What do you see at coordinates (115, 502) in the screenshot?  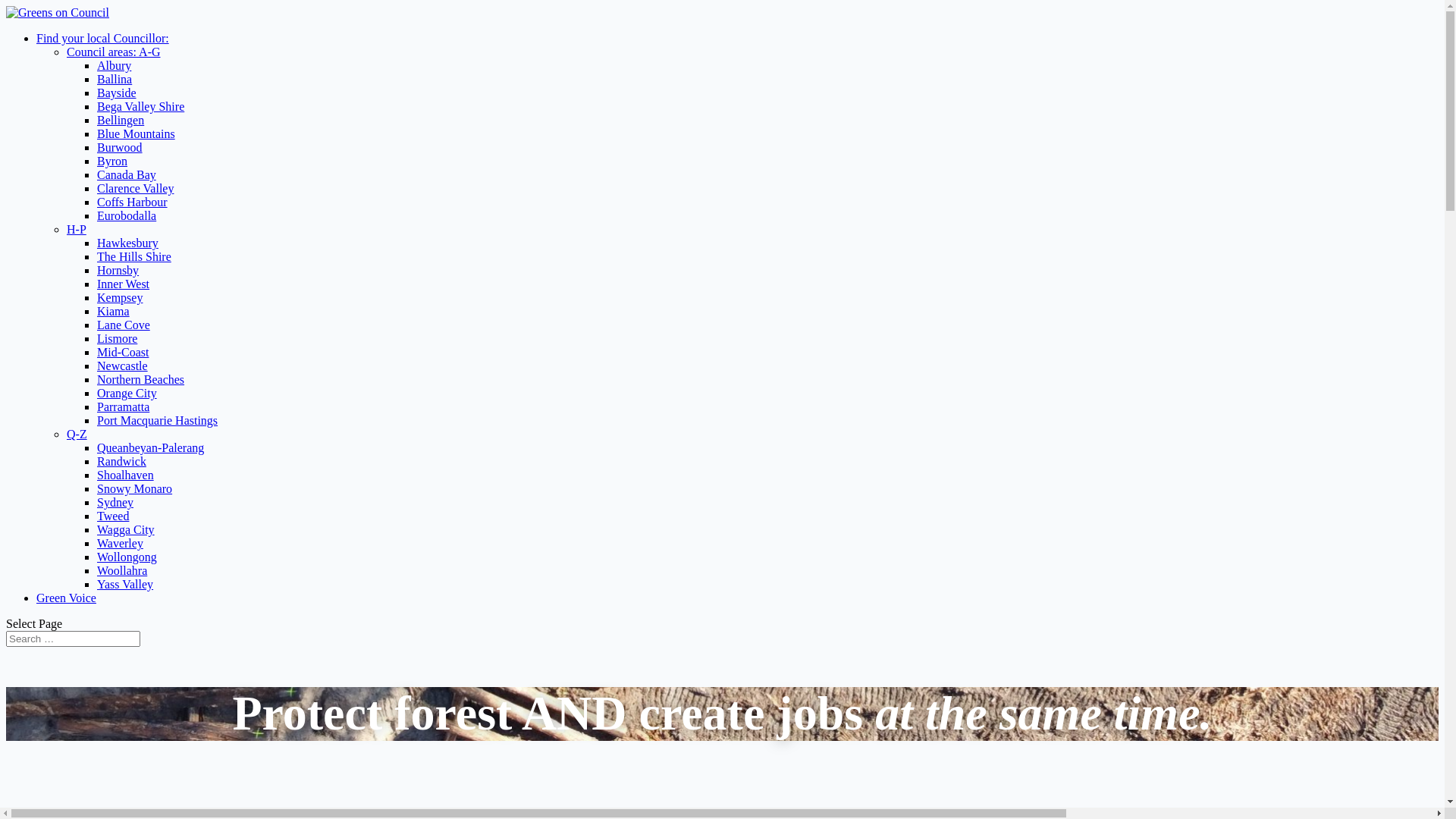 I see `'Sydney'` at bounding box center [115, 502].